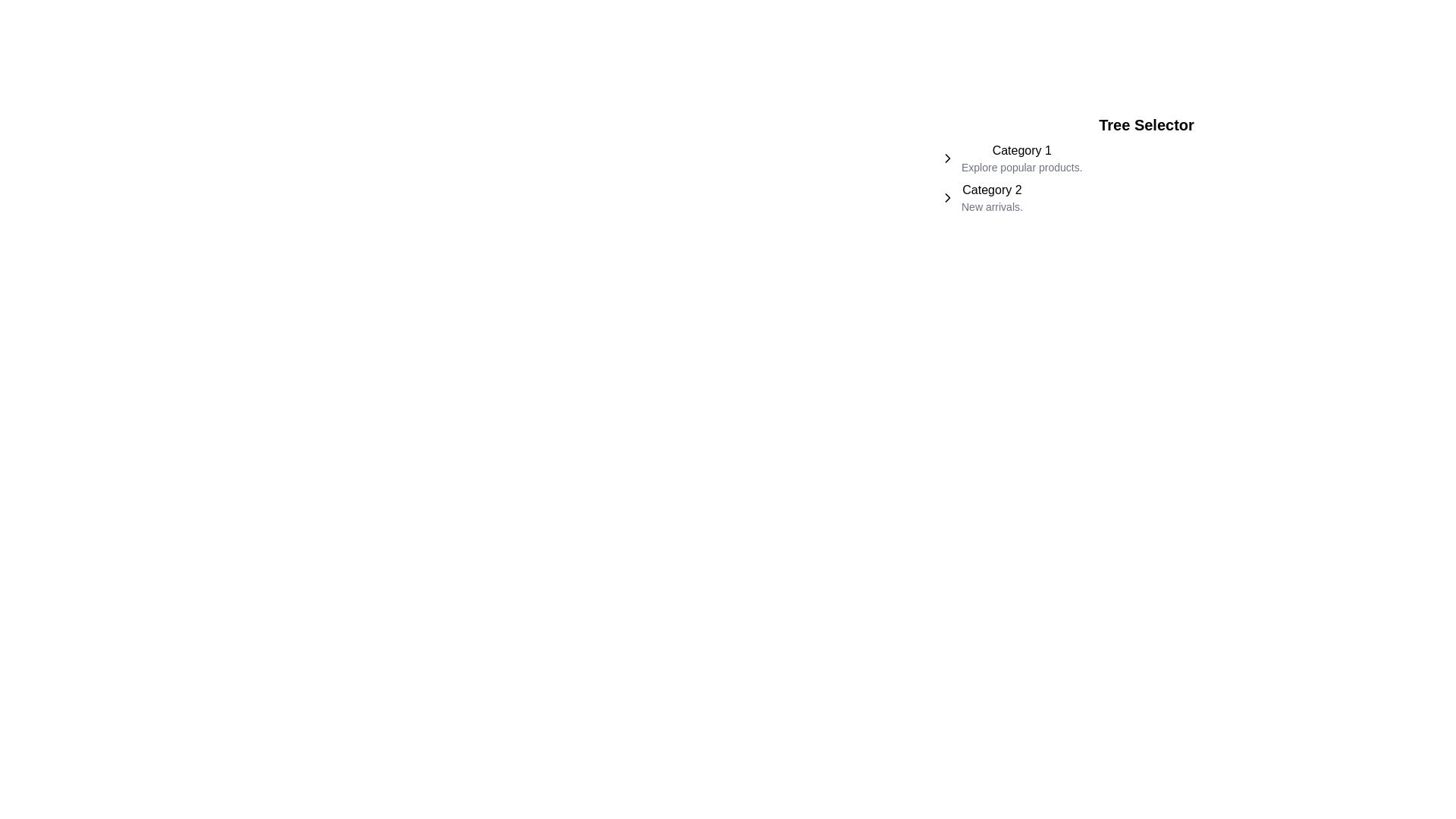 Image resolution: width=1456 pixels, height=819 pixels. I want to click on the text label that reads 'Explore popular products.' which is styled with a small font size and gray color, positioned directly below 'Category 1.', so click(1021, 167).